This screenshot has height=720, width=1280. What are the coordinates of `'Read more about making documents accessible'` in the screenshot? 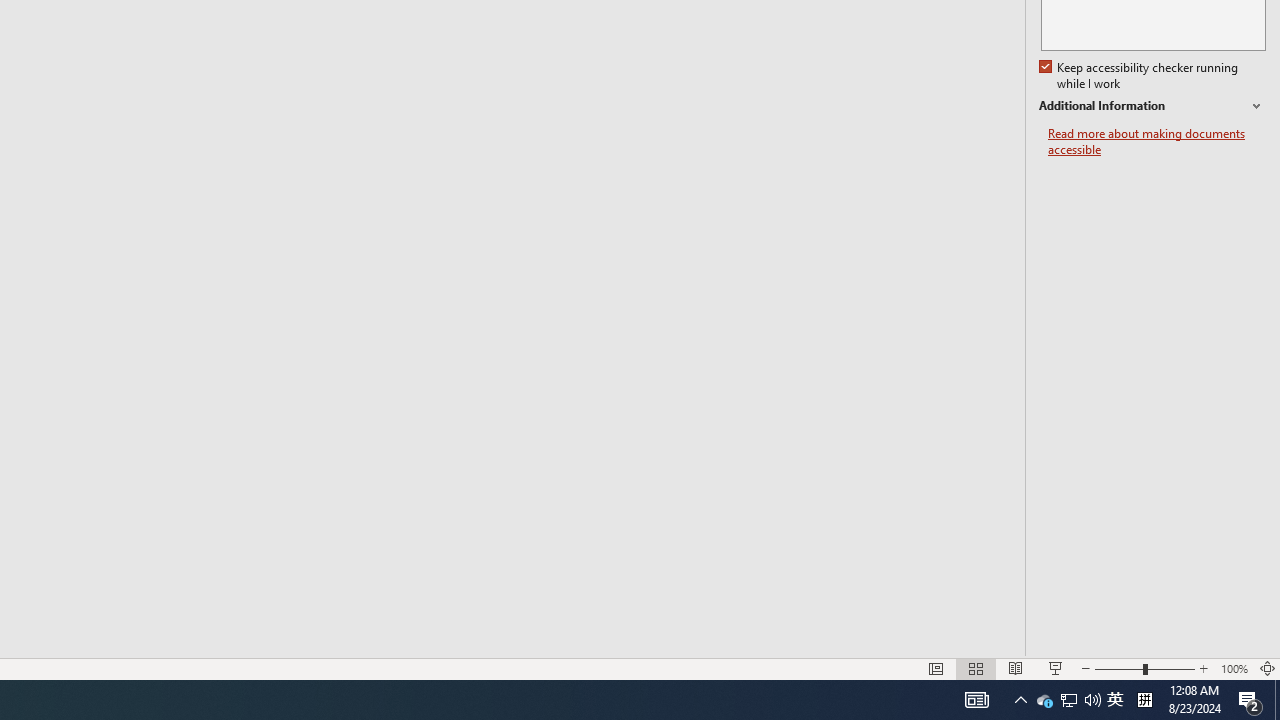 It's located at (1157, 141).